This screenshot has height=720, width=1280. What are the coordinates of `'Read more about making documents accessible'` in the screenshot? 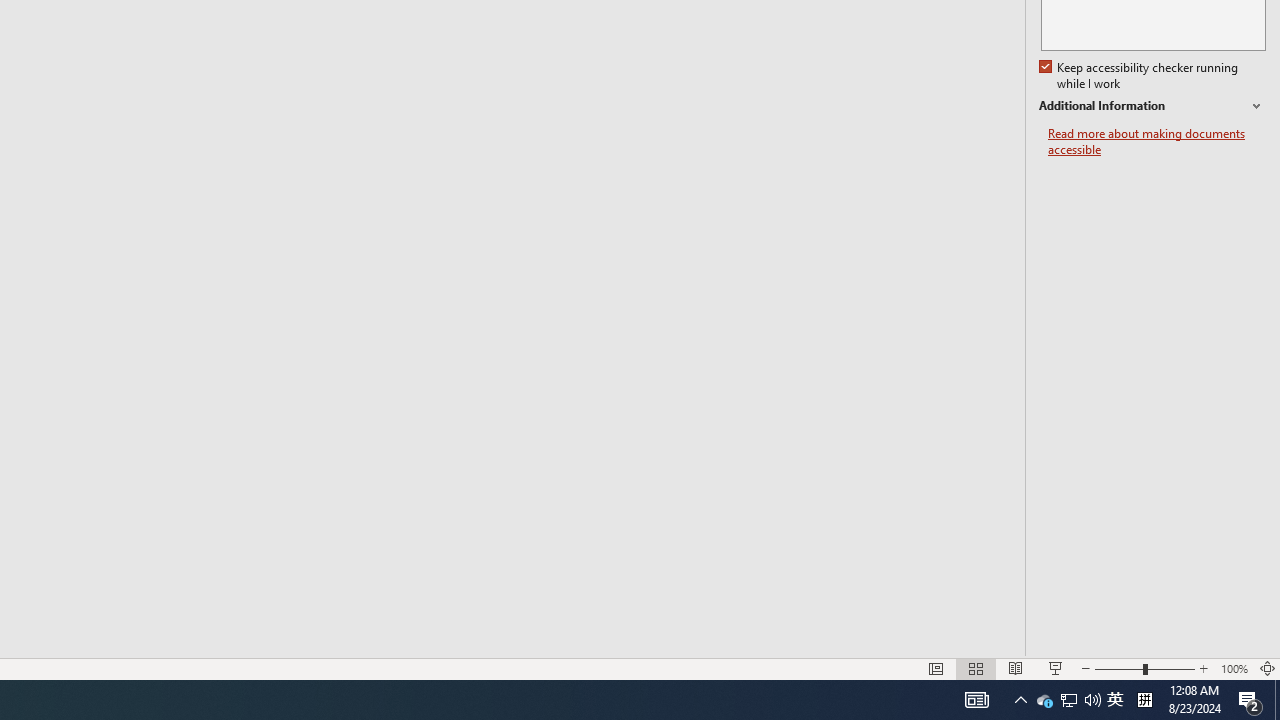 It's located at (1157, 141).